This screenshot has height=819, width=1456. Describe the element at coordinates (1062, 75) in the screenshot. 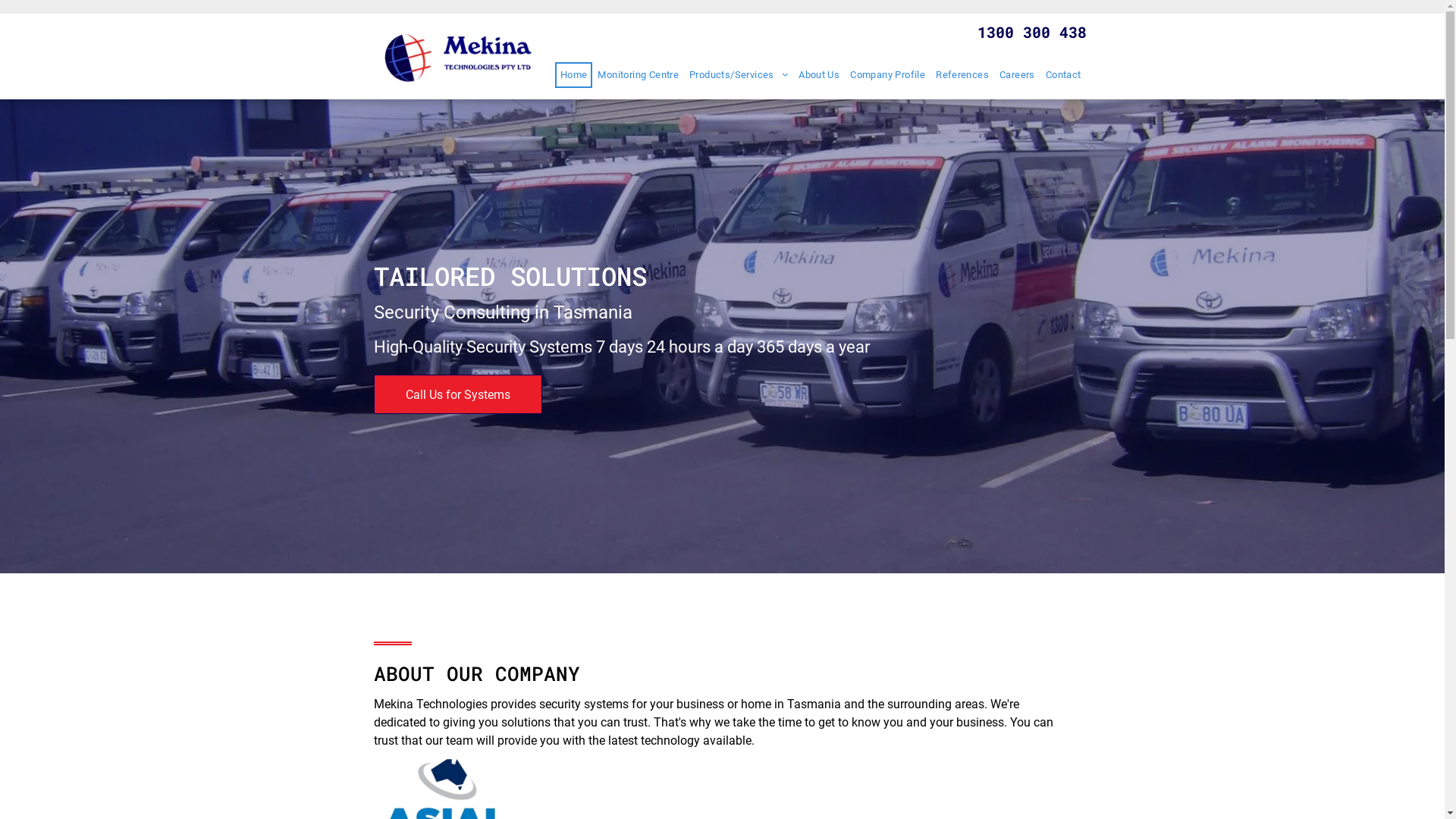

I see `'Contact'` at that location.